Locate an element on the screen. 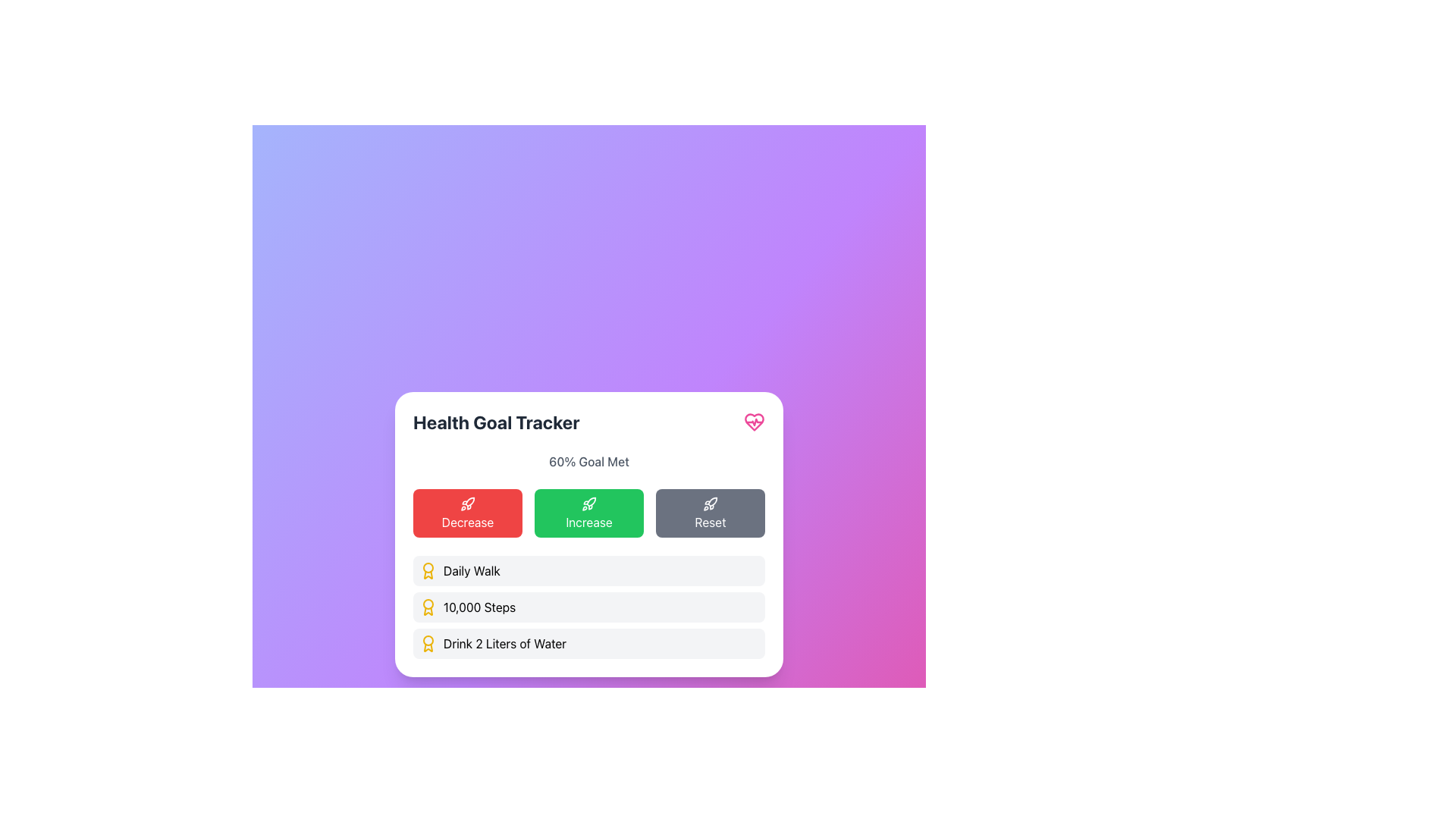 The height and width of the screenshot is (819, 1456). the 'Drink 2 Liters of Water' goal icon in the health tracker interface, which is the third element in the list under the Health Goal Tracker section, positioned below the '10,000 Steps' badge icon and above the 'Decrease' button is located at coordinates (428, 648).